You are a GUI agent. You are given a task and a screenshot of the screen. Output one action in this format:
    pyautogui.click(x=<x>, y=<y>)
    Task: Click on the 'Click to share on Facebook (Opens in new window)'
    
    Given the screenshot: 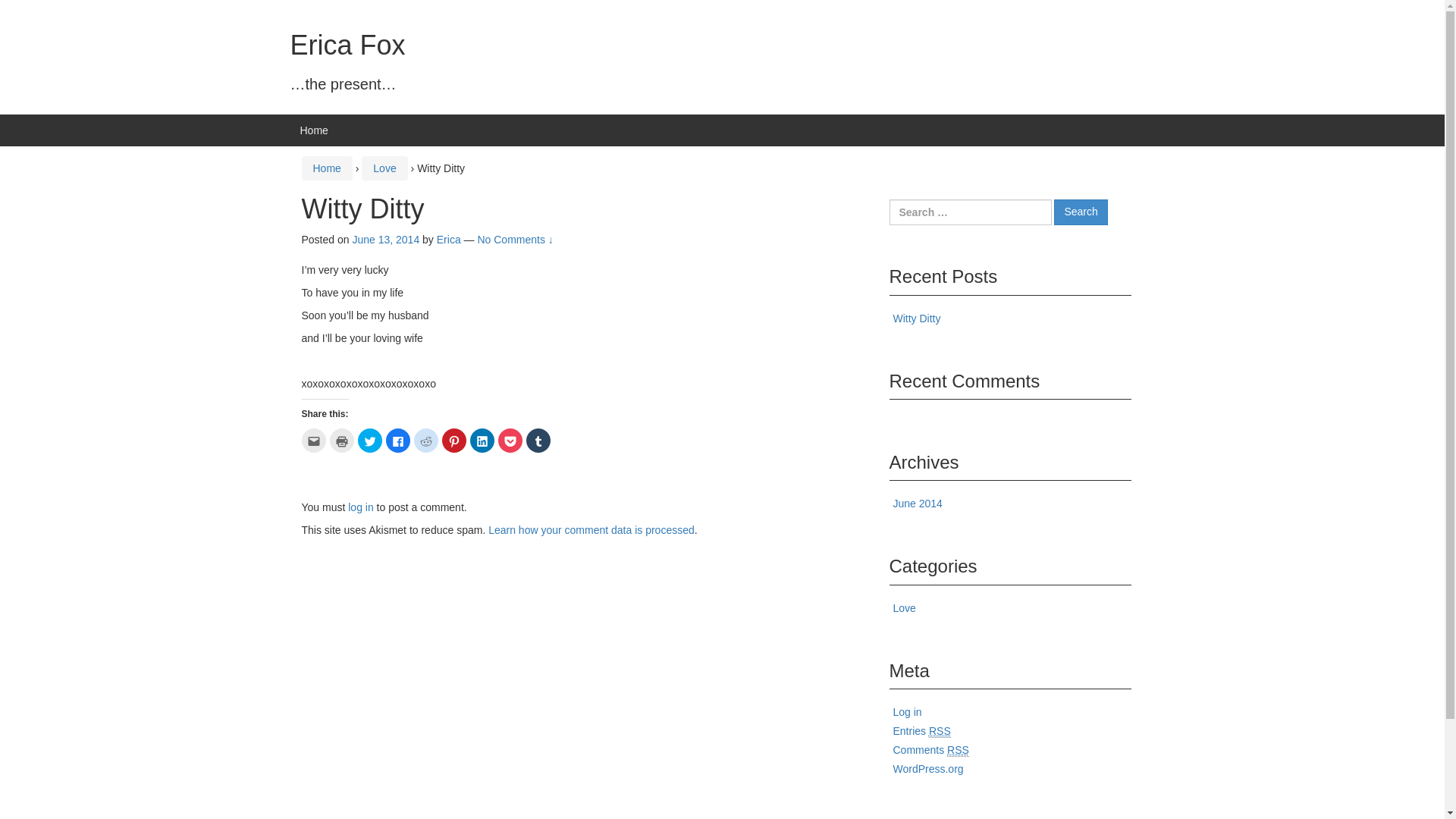 What is the action you would take?
    pyautogui.click(x=397, y=441)
    